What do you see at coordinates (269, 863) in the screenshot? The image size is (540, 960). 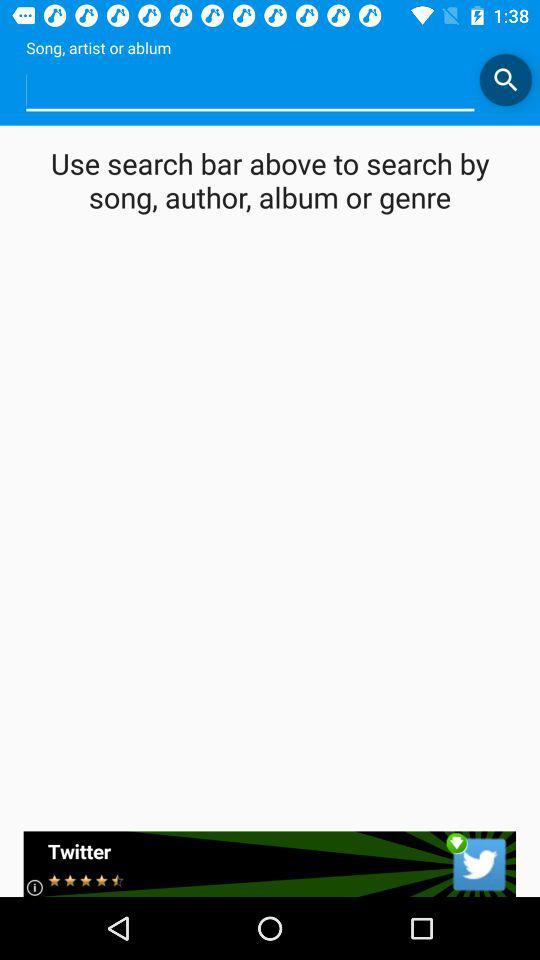 I see `twitter` at bounding box center [269, 863].